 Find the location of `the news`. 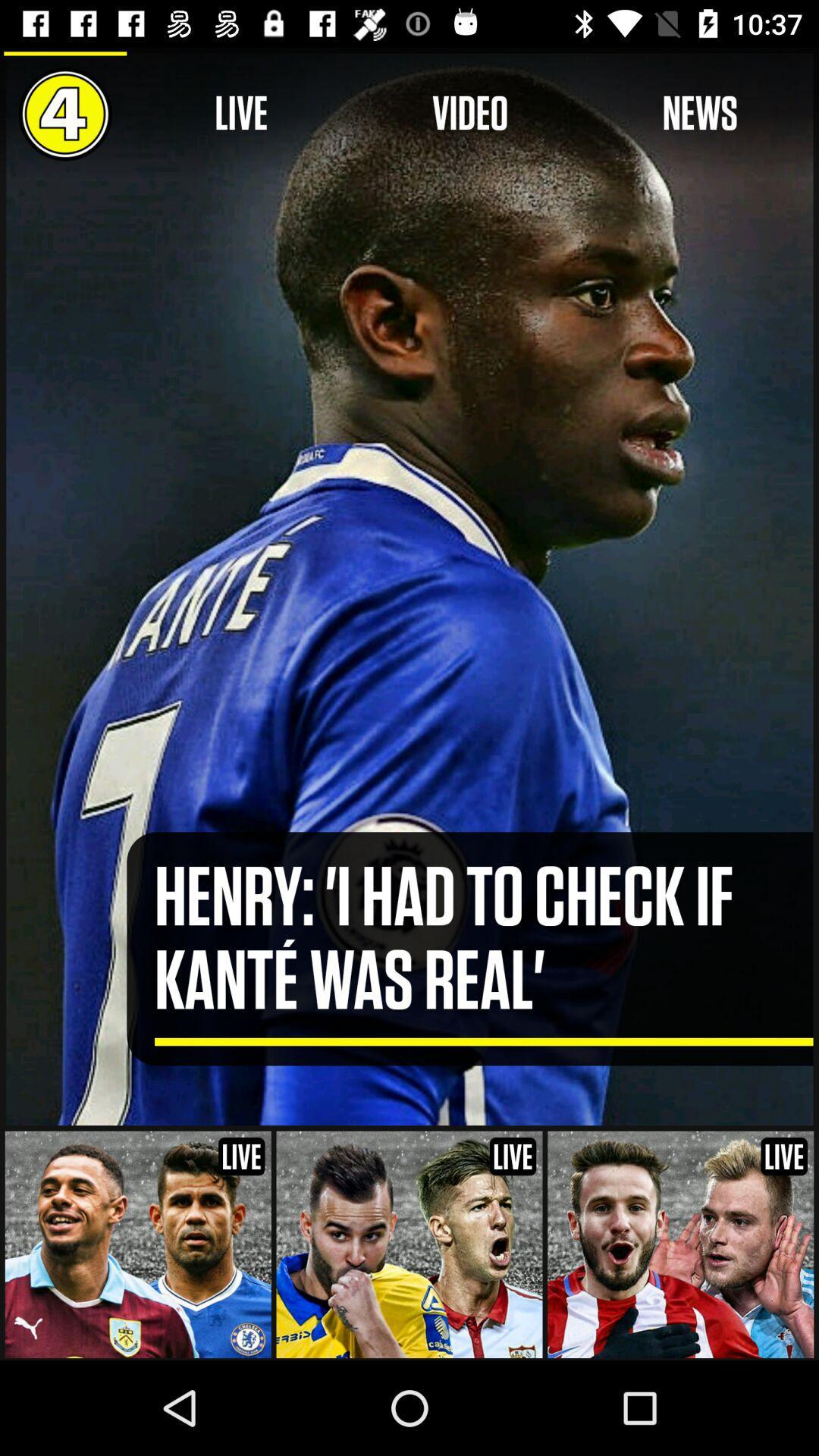

the news is located at coordinates (700, 113).